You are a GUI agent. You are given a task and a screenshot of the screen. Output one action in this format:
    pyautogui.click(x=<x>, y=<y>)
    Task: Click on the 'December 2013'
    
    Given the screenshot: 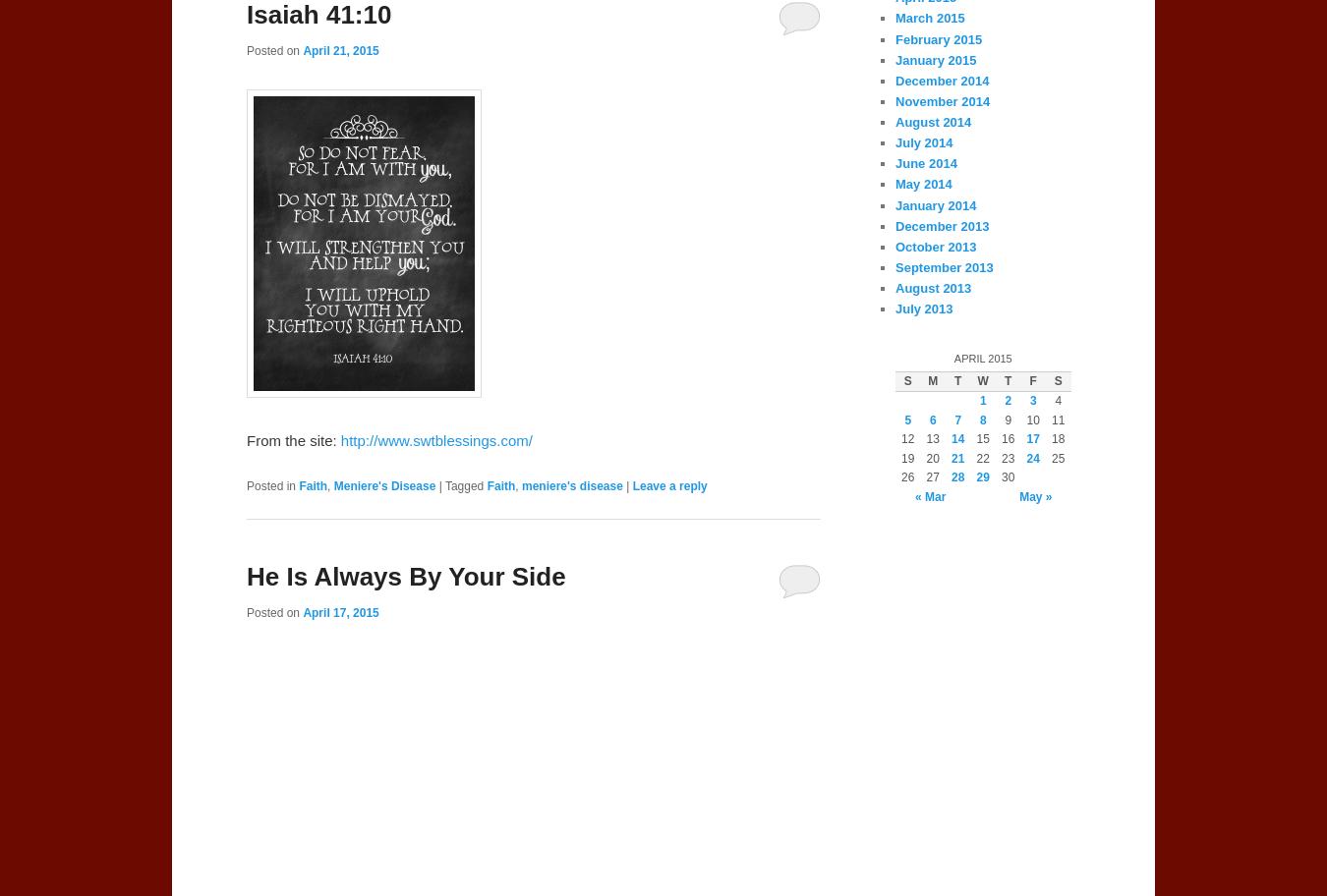 What is the action you would take?
    pyautogui.click(x=941, y=225)
    